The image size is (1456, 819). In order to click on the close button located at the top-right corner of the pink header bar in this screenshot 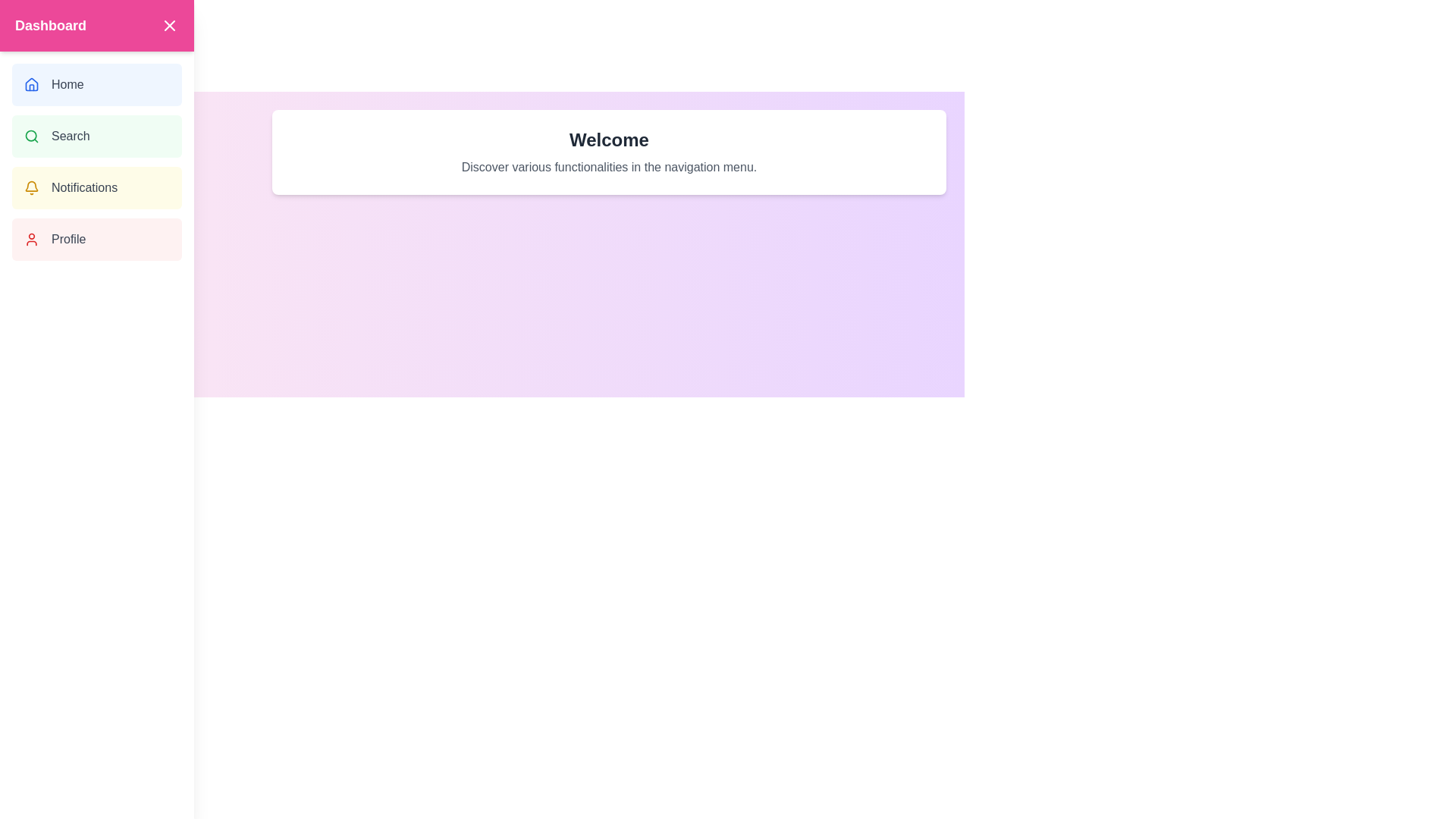, I will do `click(170, 26)`.